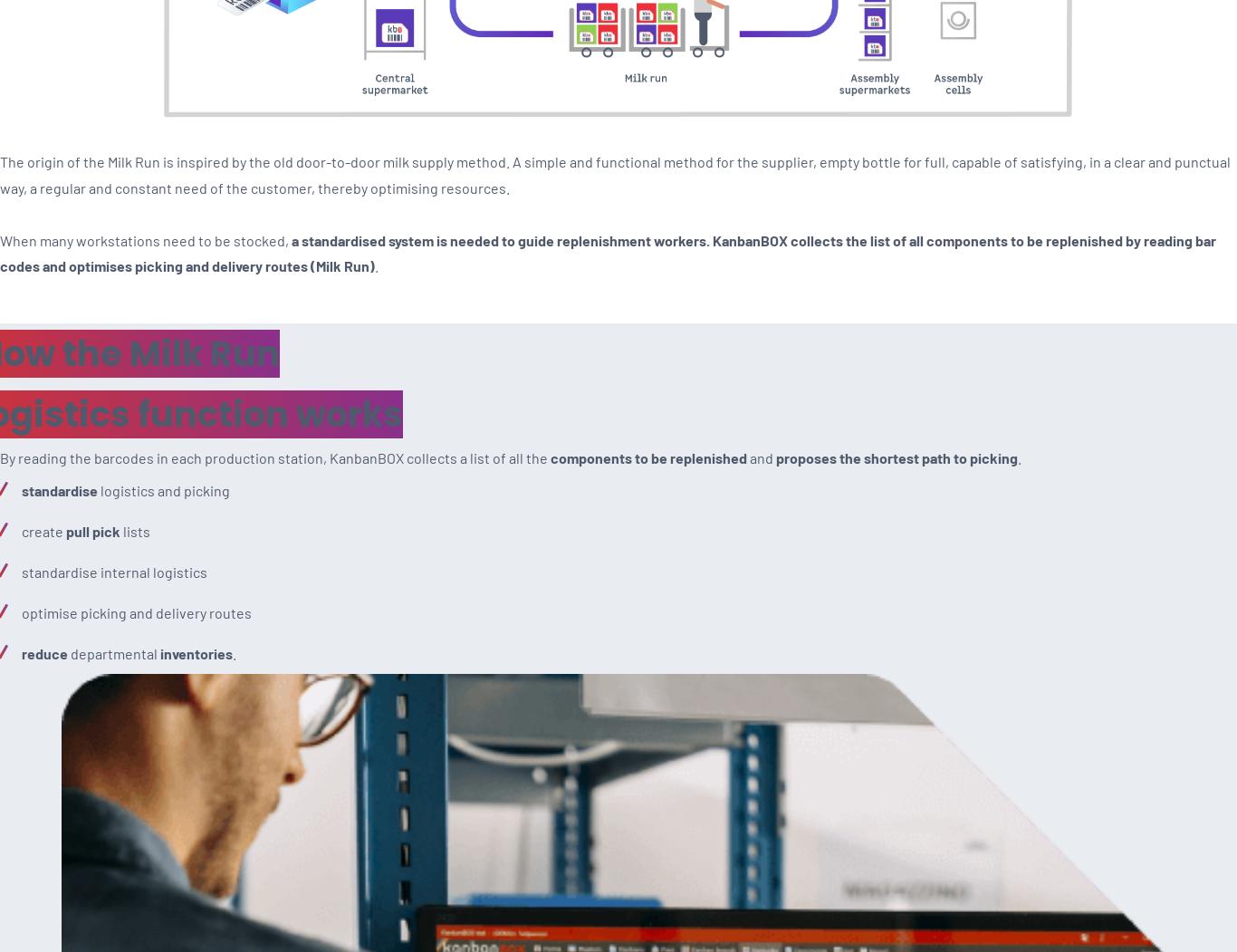 The height and width of the screenshot is (952, 1237). I want to click on 'Contact the Help Desk', so click(97, 730).